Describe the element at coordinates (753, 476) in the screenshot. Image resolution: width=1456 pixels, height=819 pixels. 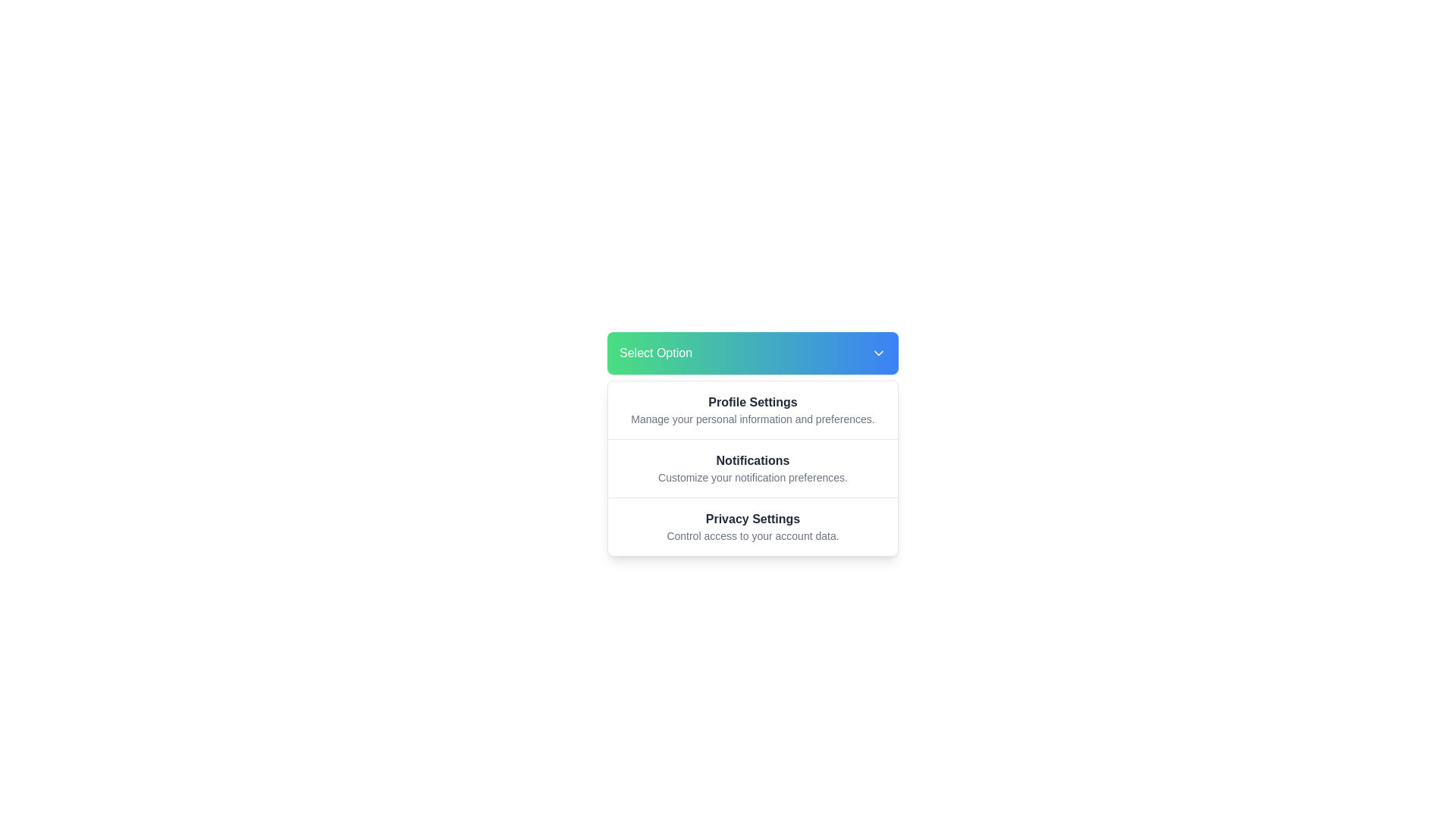
I see `text label that provides additional information regarding the 'Notifications' settings option, which is positioned directly below the 'Notifications' text in the middle section of a vertically aligned card layout` at that location.